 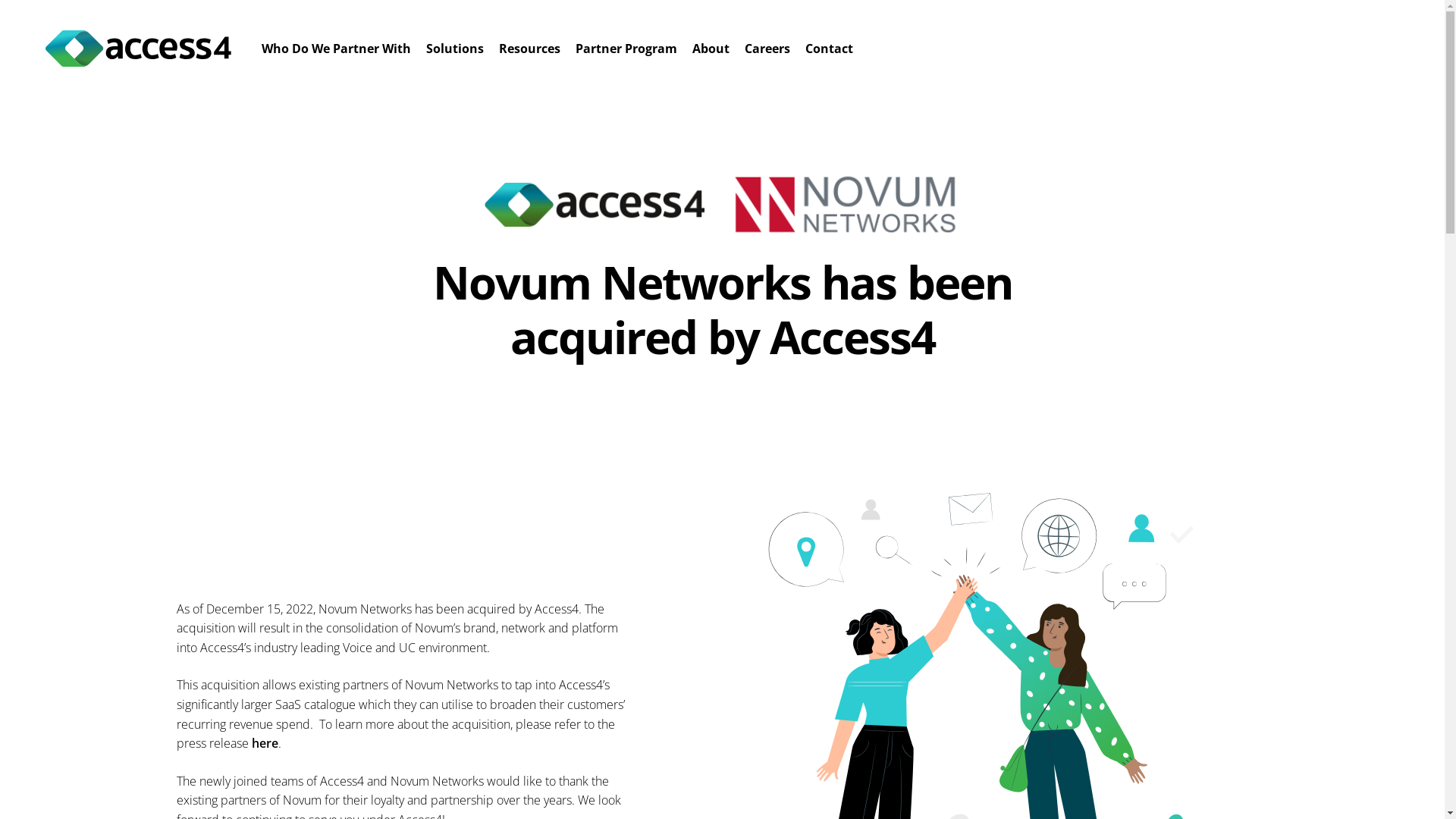 I want to click on 'Careers', so click(x=767, y=48).